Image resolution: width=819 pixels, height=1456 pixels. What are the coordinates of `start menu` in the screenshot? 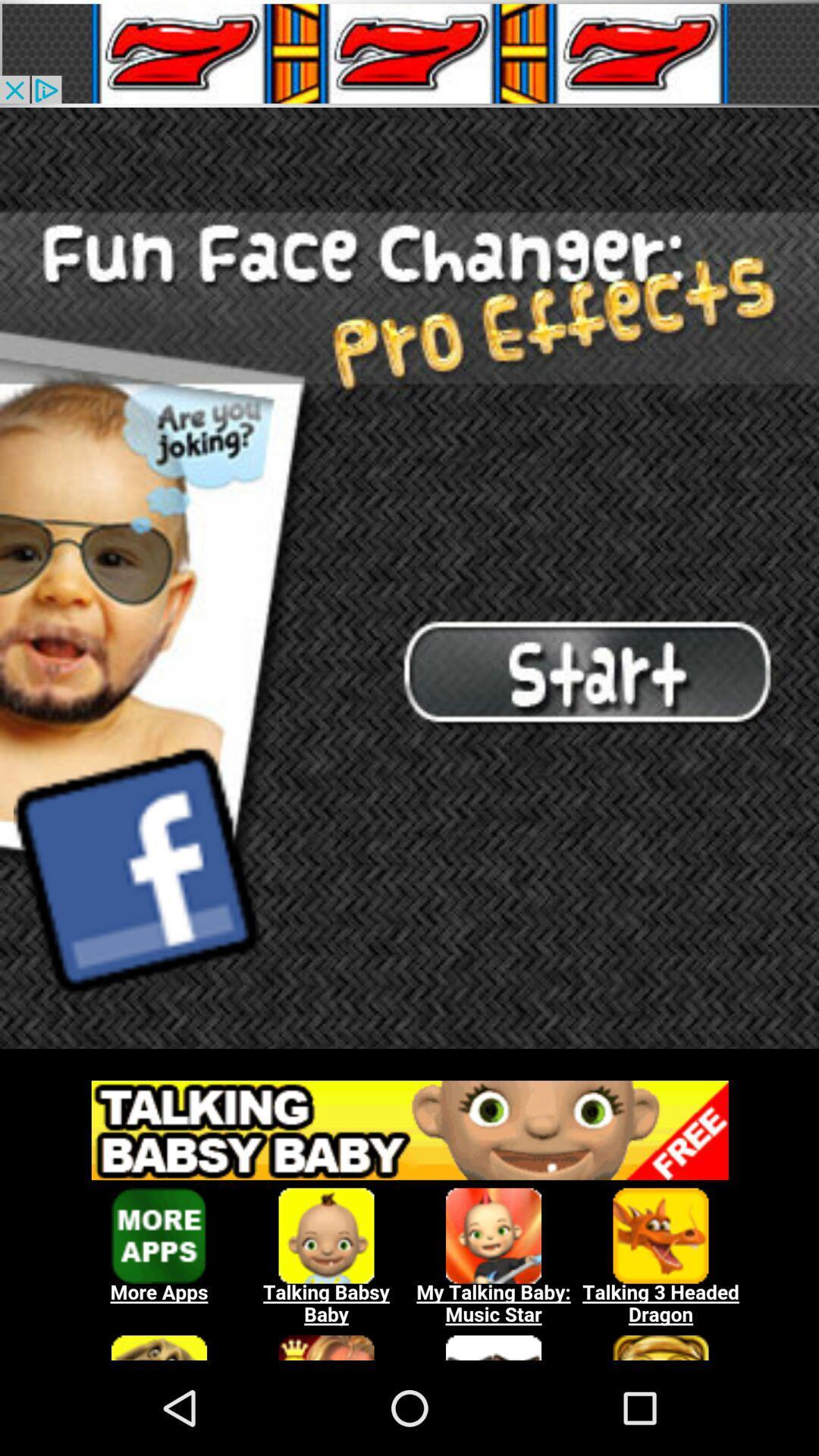 It's located at (409, 577).